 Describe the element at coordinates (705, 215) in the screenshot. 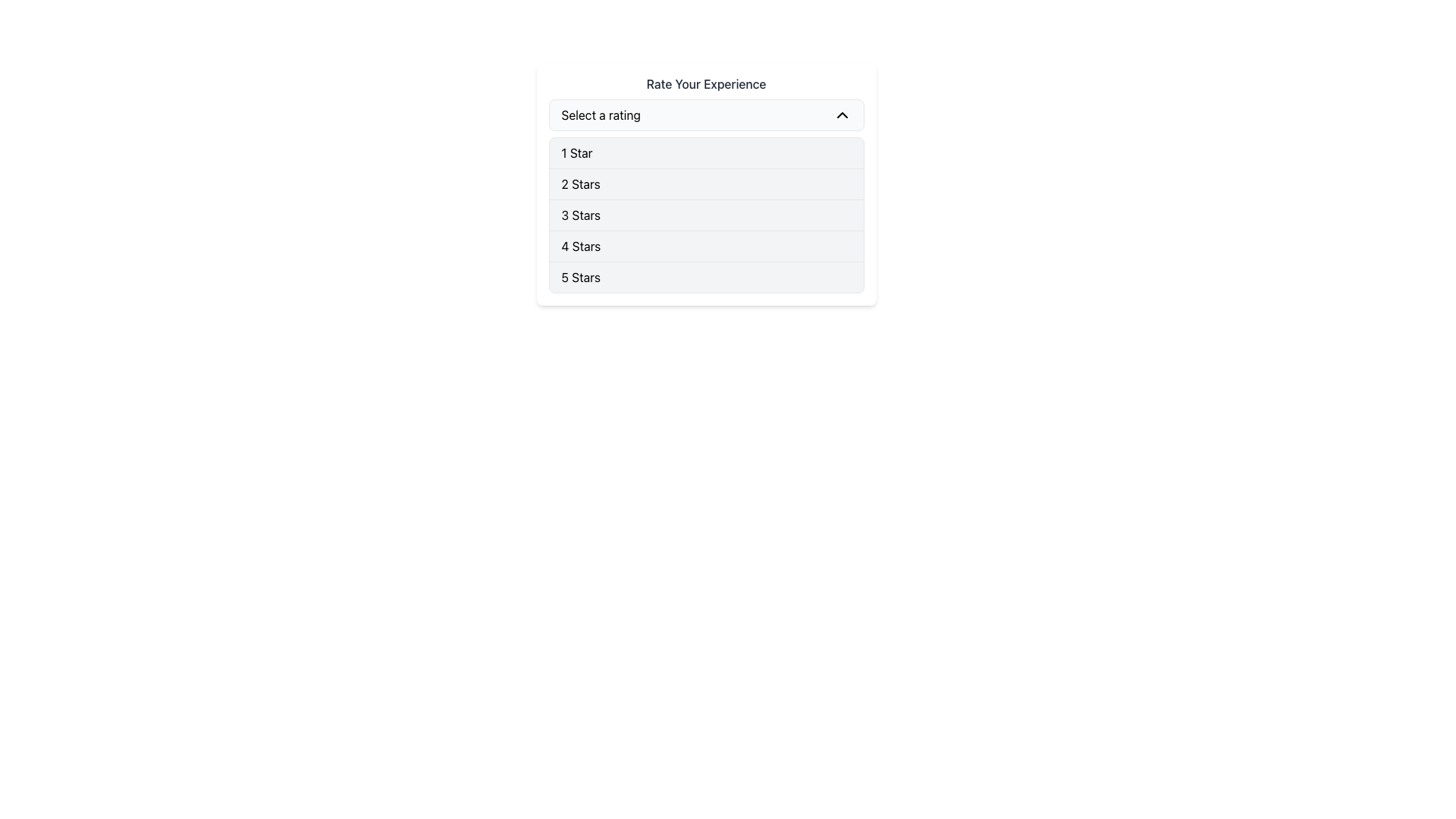

I see `the selectable list for rating options below the 'Select a rating' dropdown in the 'Rate Your Experience' card` at that location.